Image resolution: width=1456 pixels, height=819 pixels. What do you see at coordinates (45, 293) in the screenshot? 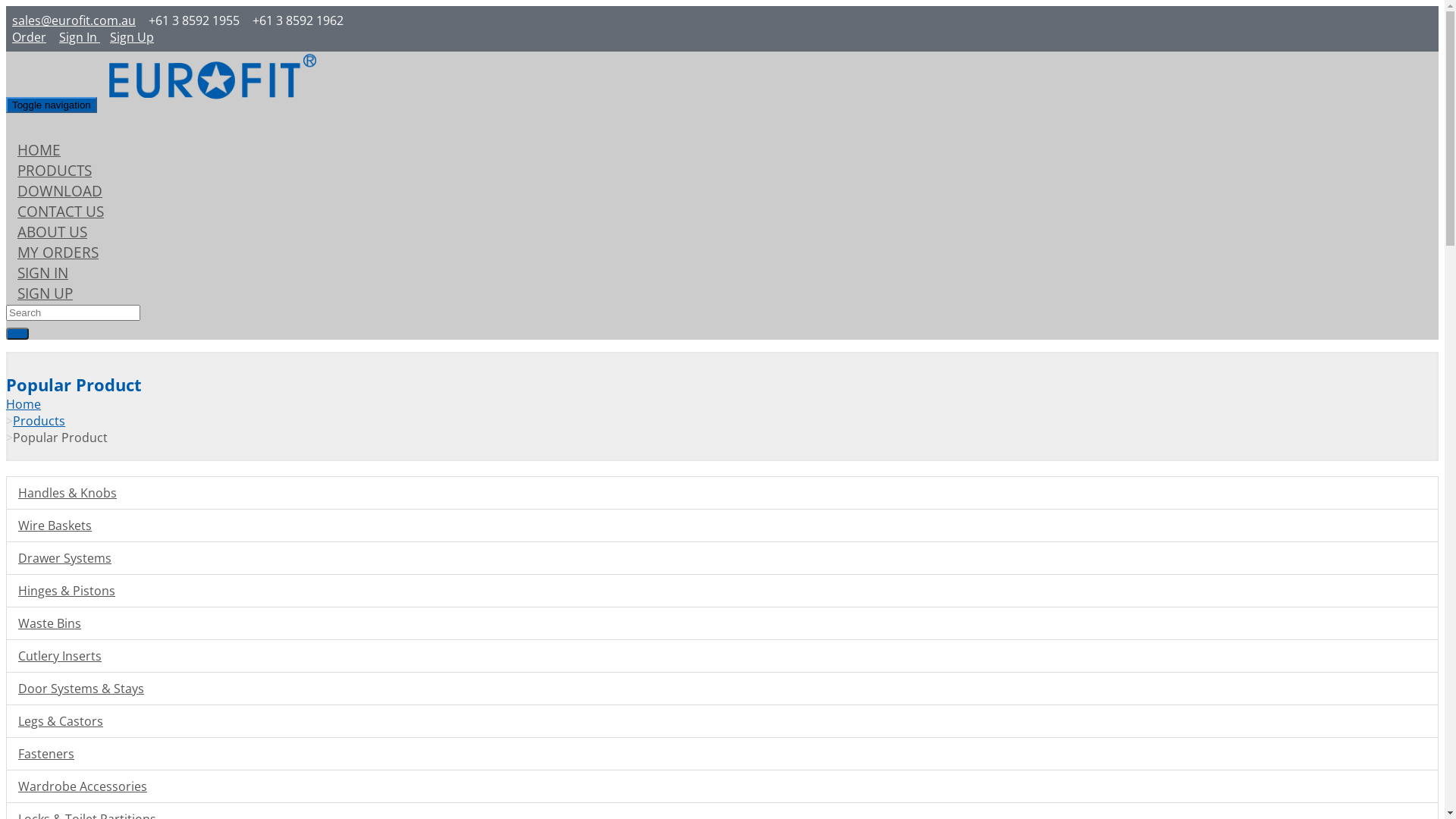
I see `'SIGN UP'` at bounding box center [45, 293].